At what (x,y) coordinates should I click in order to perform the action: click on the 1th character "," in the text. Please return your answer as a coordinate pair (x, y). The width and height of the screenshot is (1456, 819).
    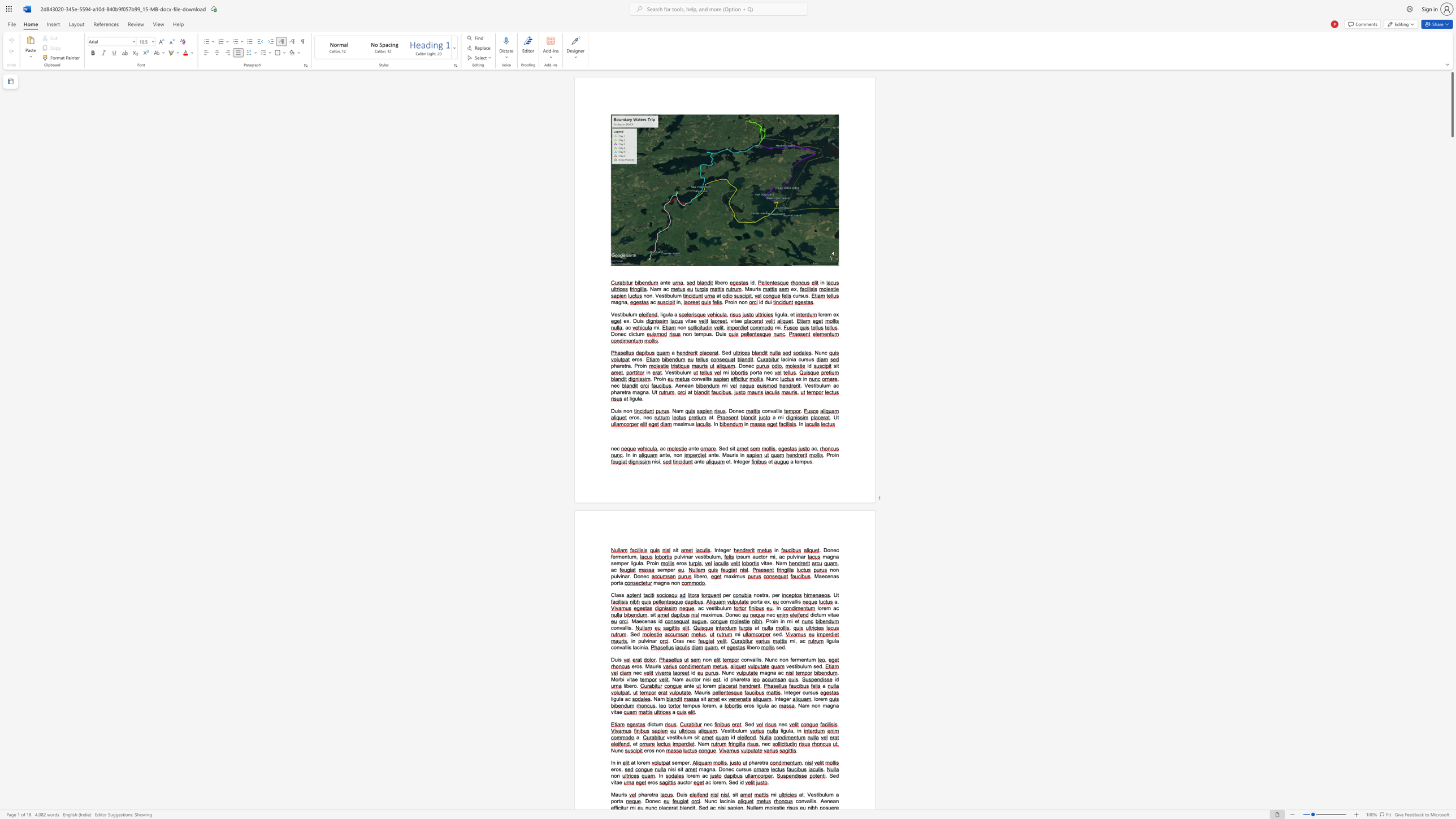
    Looking at the image, I should click on (694, 608).